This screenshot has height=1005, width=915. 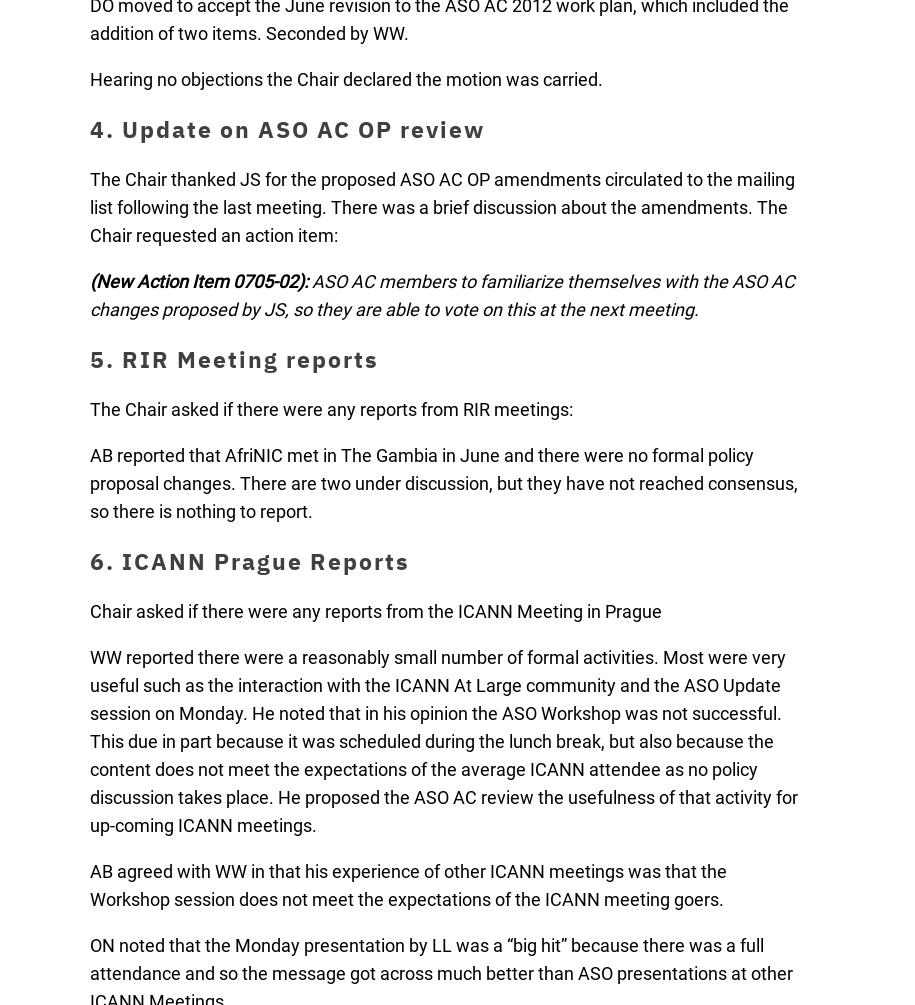 I want to click on 'The Chair thanked JS for the proposed ASO AC OP amendments circulated to the mailing list following the last meeting. There was a brief discussion about the amendments. The Chair requested an action item:', so click(x=89, y=206).